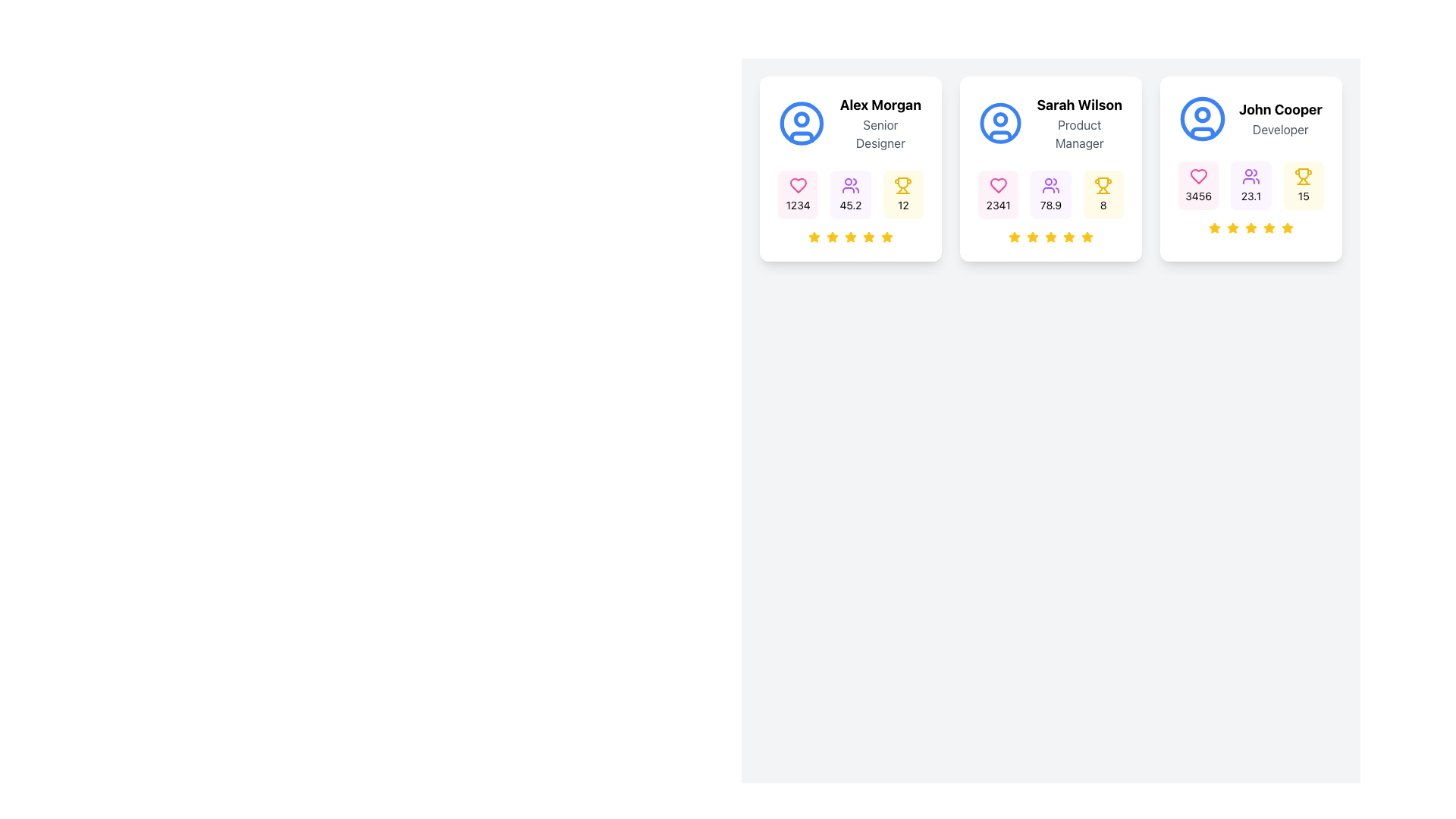 The image size is (1456, 819). I want to click on the trophy icon with a bold yellow stroke located in the third profile card associated with 'John Cooper', positioned at the bottom right corner of the card, so click(1103, 182).